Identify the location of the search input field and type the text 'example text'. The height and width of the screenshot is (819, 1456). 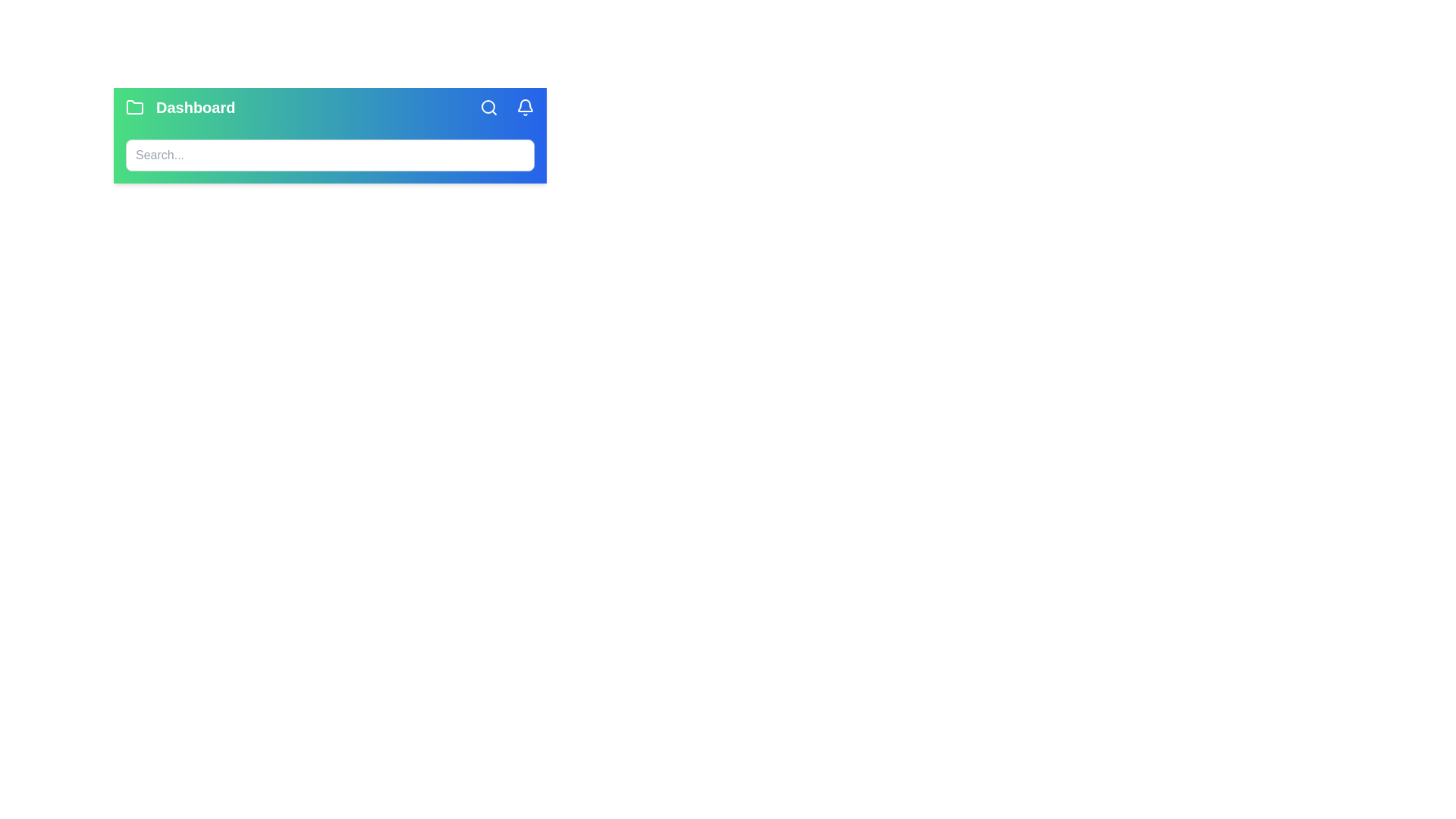
(329, 155).